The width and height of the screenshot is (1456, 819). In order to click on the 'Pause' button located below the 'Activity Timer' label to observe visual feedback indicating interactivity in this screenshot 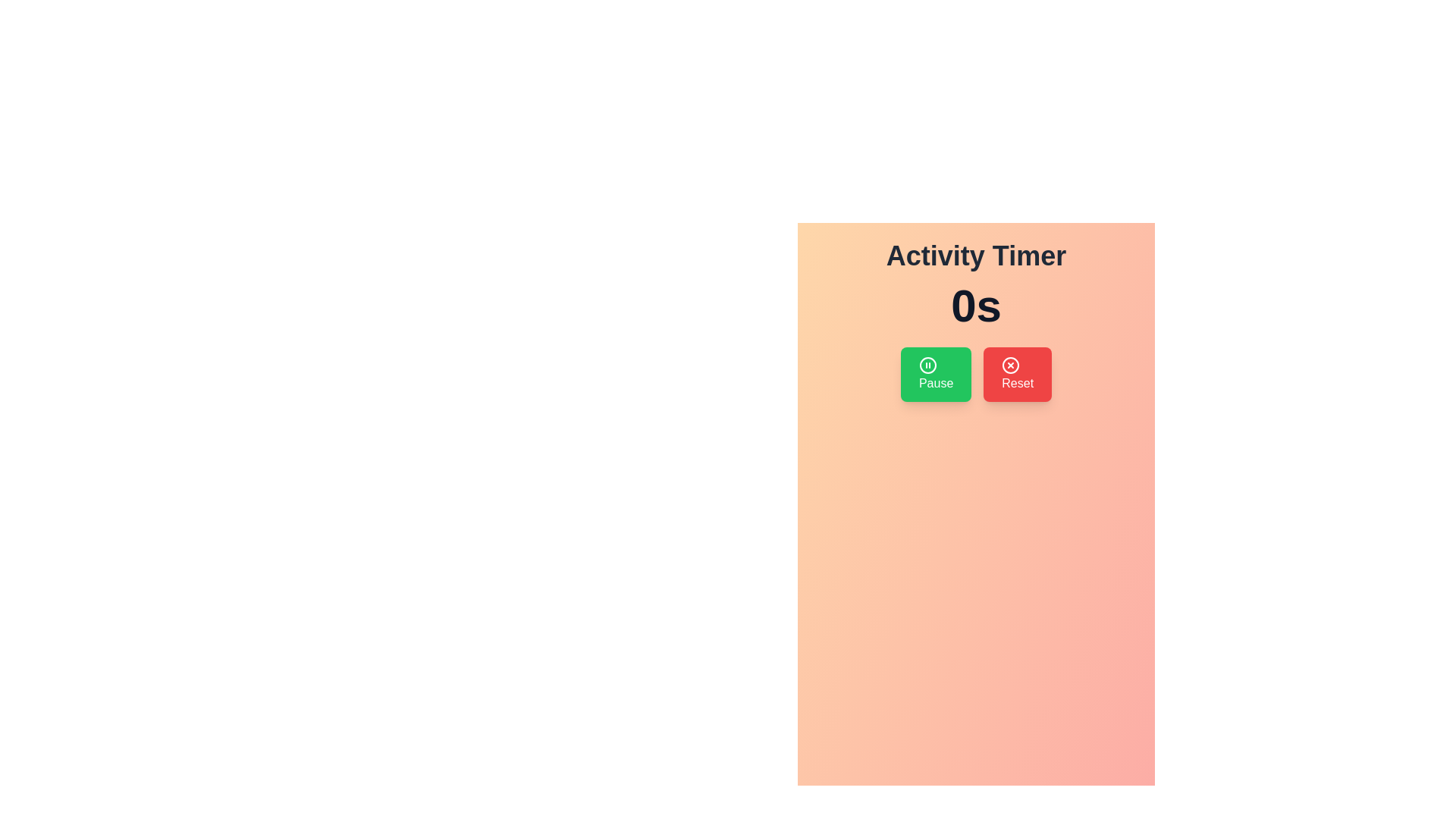, I will do `click(935, 374)`.